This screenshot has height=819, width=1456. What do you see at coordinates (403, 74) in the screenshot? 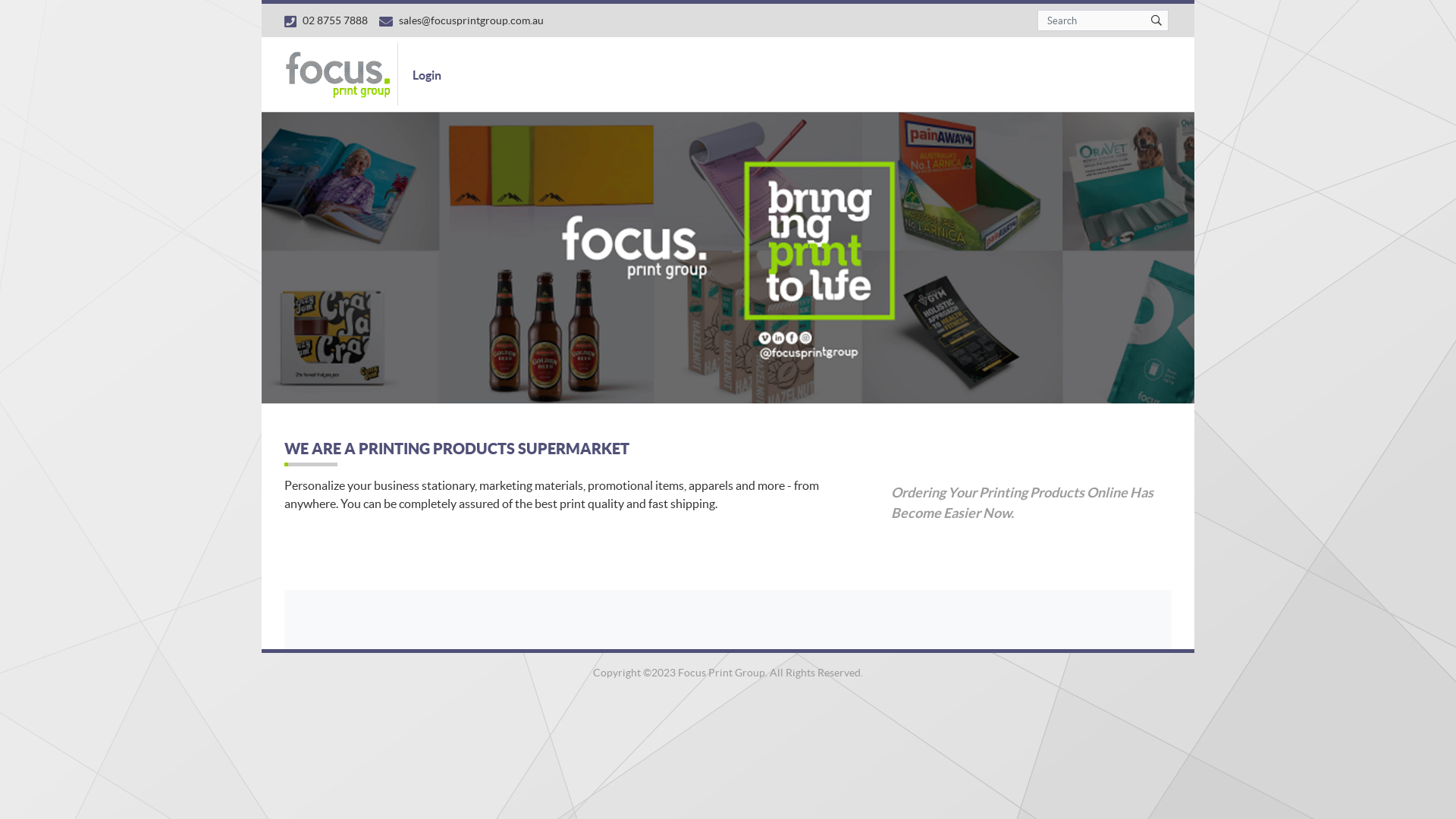
I see `'Login'` at bounding box center [403, 74].